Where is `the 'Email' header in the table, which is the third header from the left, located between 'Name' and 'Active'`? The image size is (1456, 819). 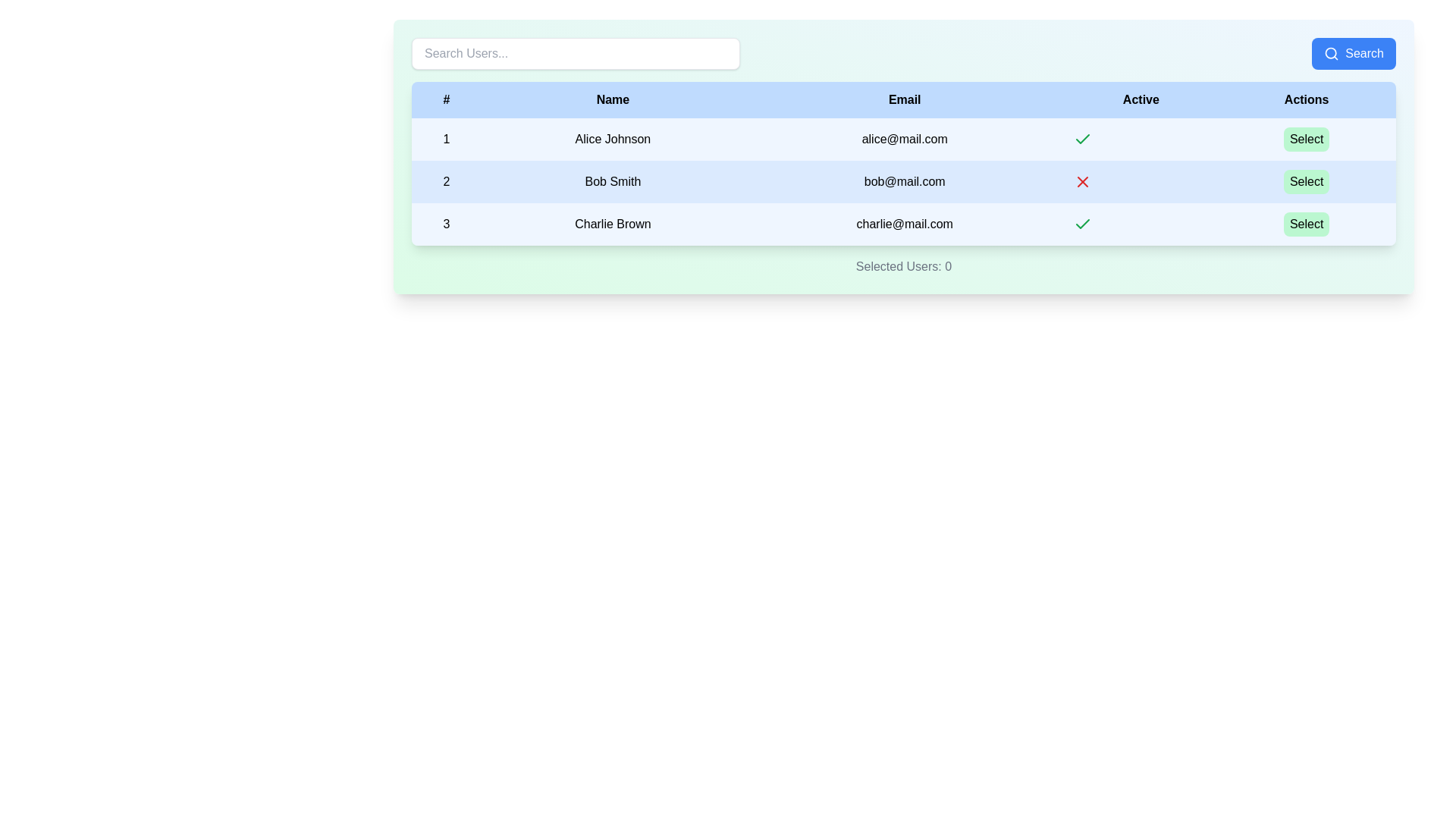
the 'Email' header in the table, which is the third header from the left, located between 'Name' and 'Active' is located at coordinates (905, 99).